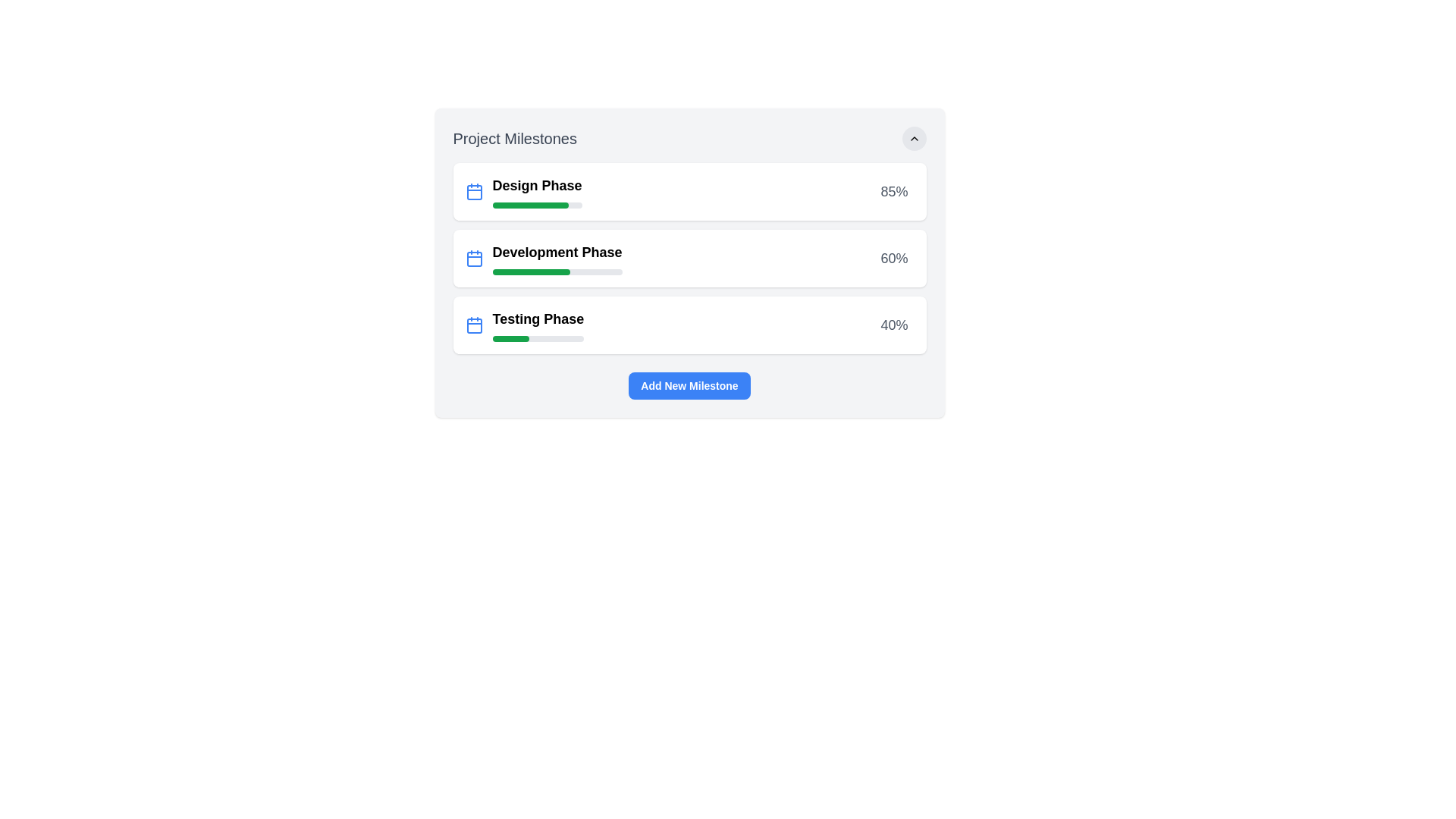  Describe the element at coordinates (913, 138) in the screenshot. I see `the button located at the top-right corner of the 'Project Milestones' section to observe the hover effect` at that location.